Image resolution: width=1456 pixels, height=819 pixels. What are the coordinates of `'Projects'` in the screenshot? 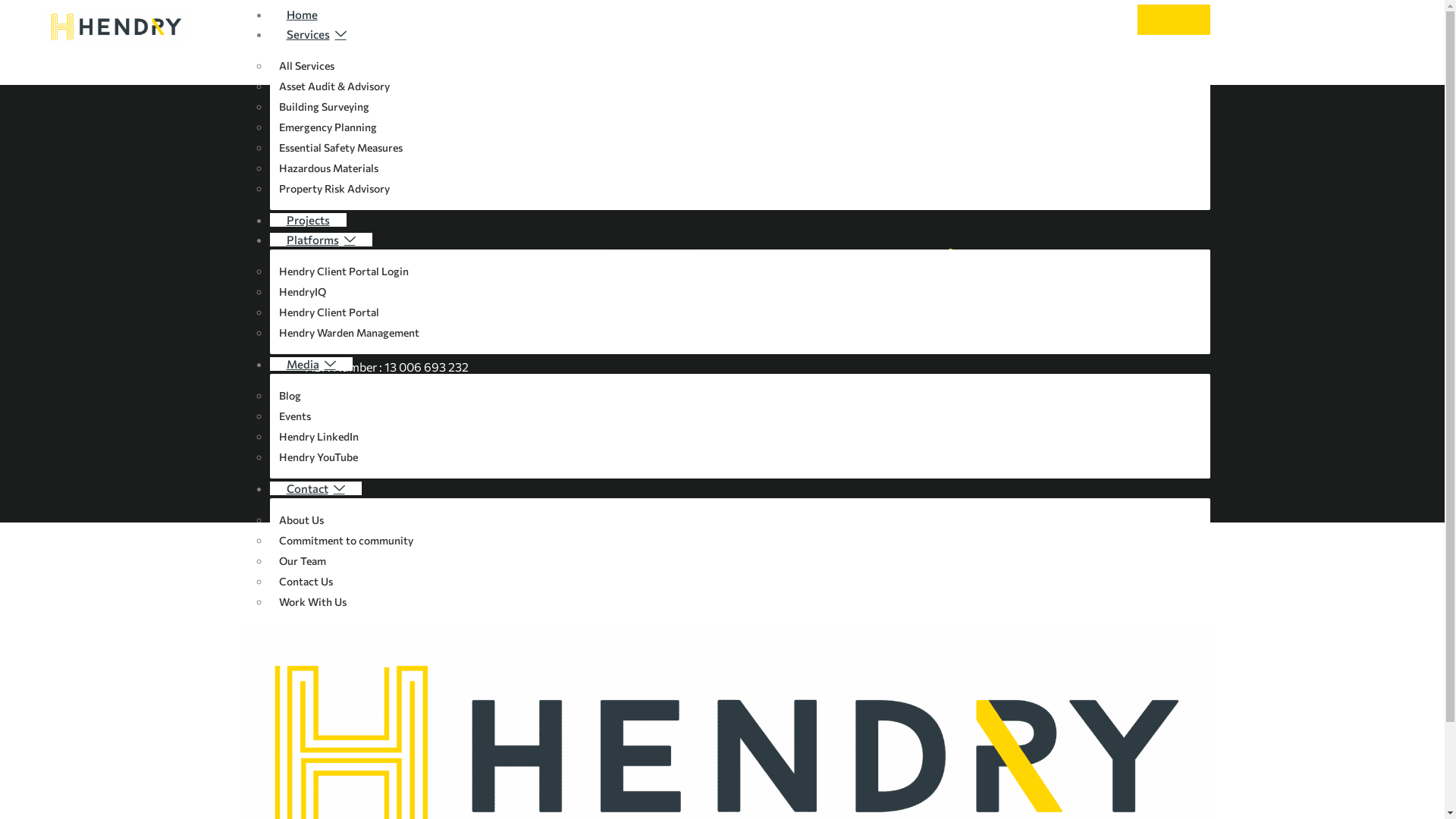 It's located at (307, 219).